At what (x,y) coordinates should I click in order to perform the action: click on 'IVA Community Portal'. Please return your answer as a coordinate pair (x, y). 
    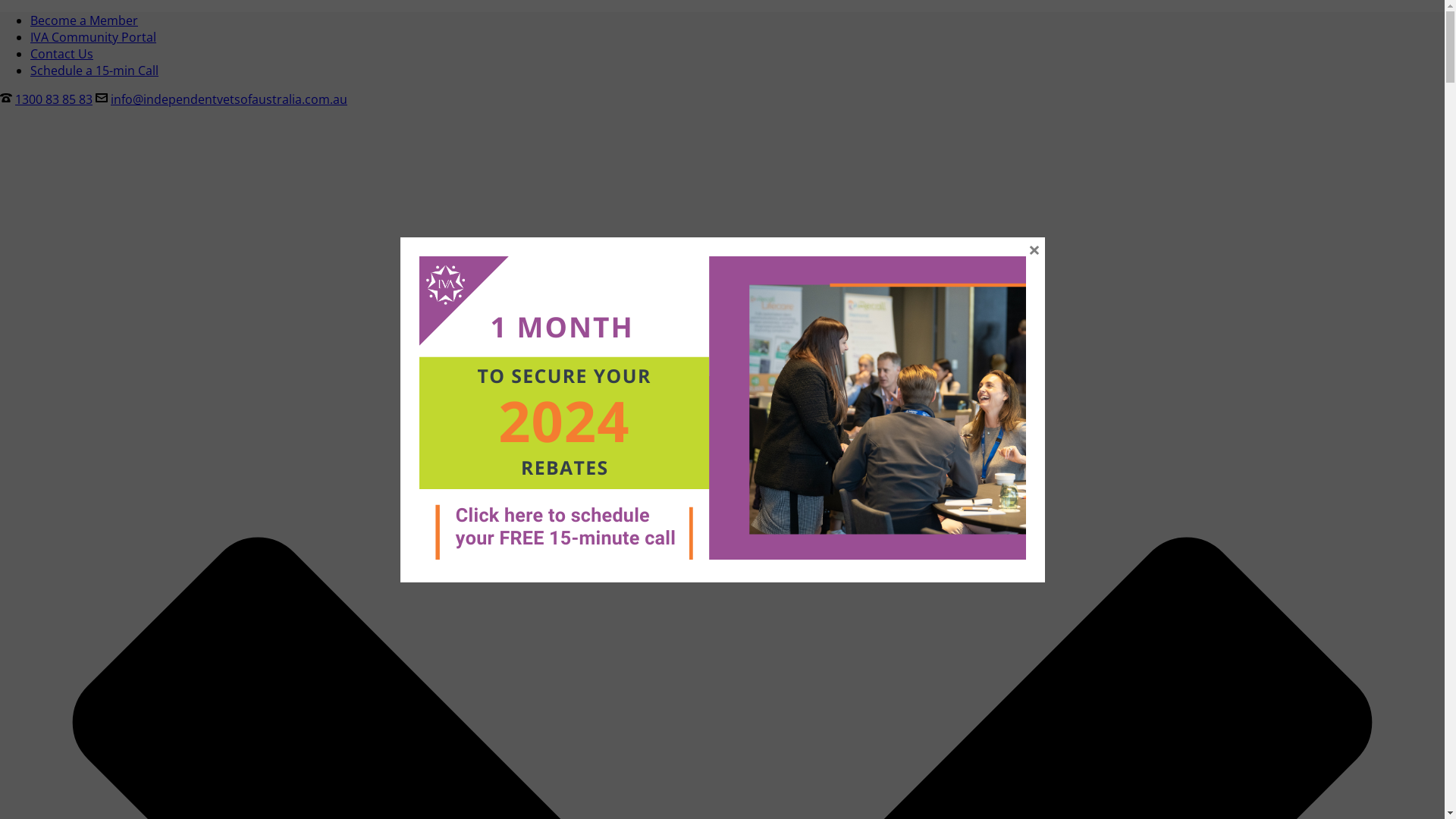
    Looking at the image, I should click on (30, 36).